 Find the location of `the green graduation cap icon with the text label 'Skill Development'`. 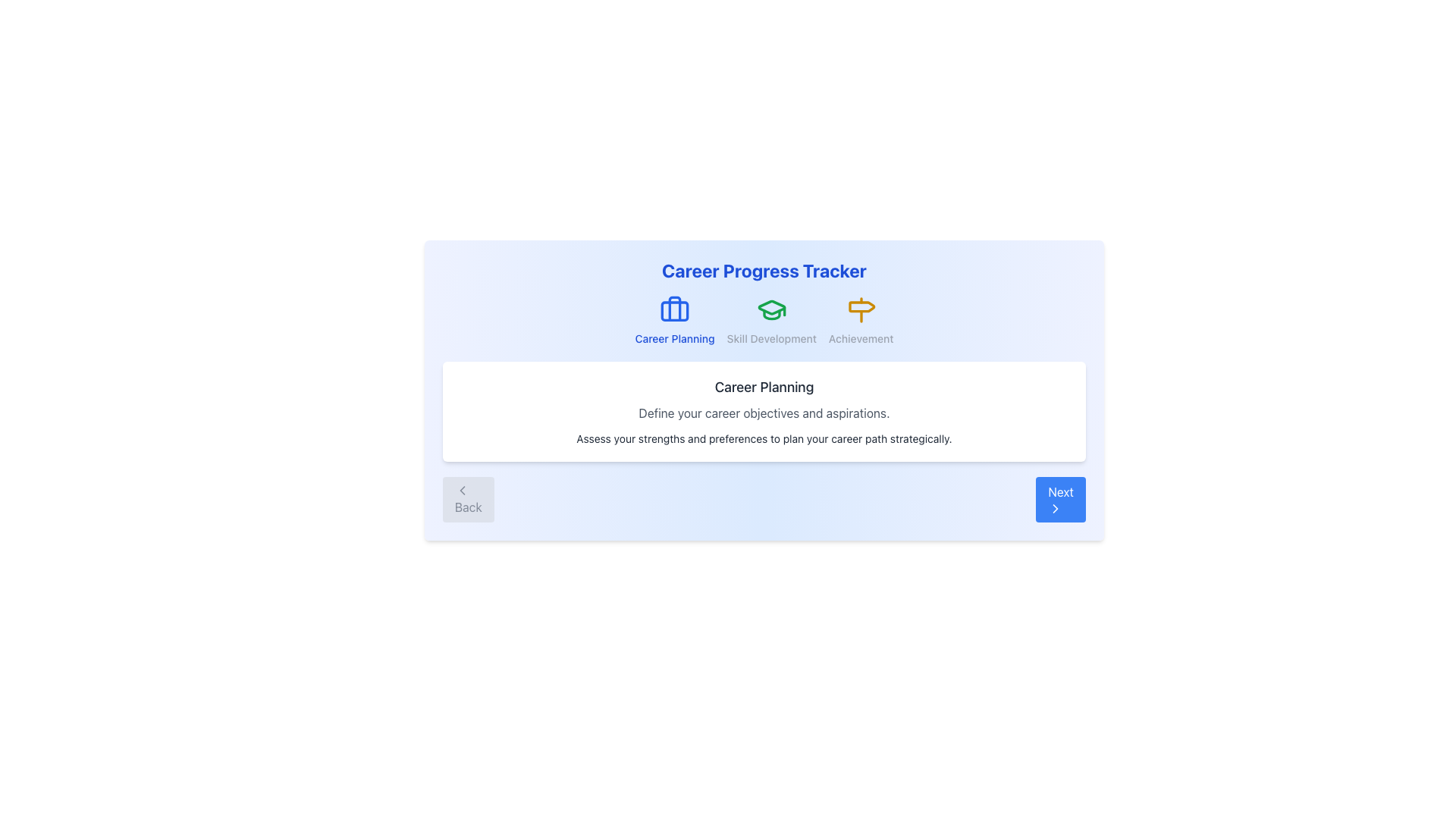

the green graduation cap icon with the text label 'Skill Development' is located at coordinates (771, 320).